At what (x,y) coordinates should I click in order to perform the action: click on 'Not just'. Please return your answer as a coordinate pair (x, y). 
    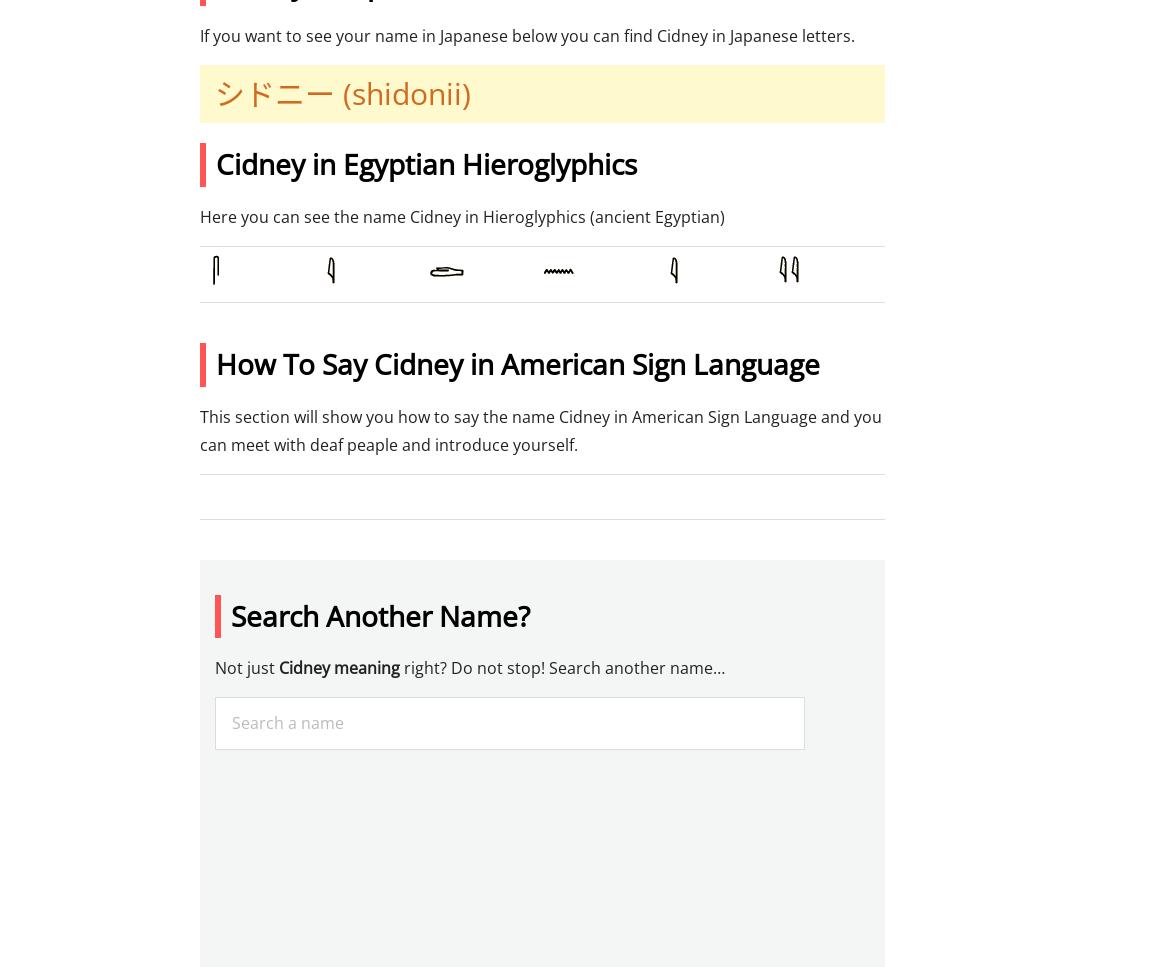
    Looking at the image, I should click on (214, 667).